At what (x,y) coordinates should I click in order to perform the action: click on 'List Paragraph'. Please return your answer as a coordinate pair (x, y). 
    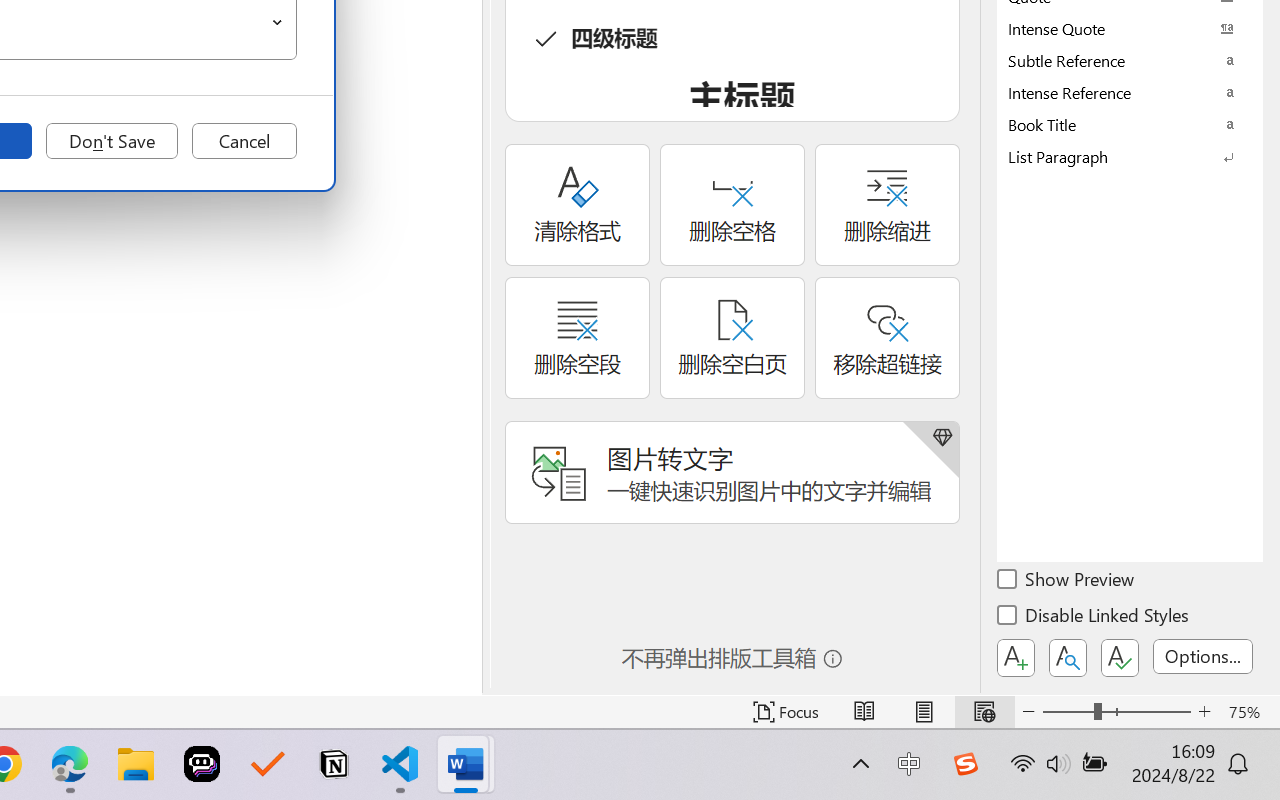
    Looking at the image, I should click on (1130, 156).